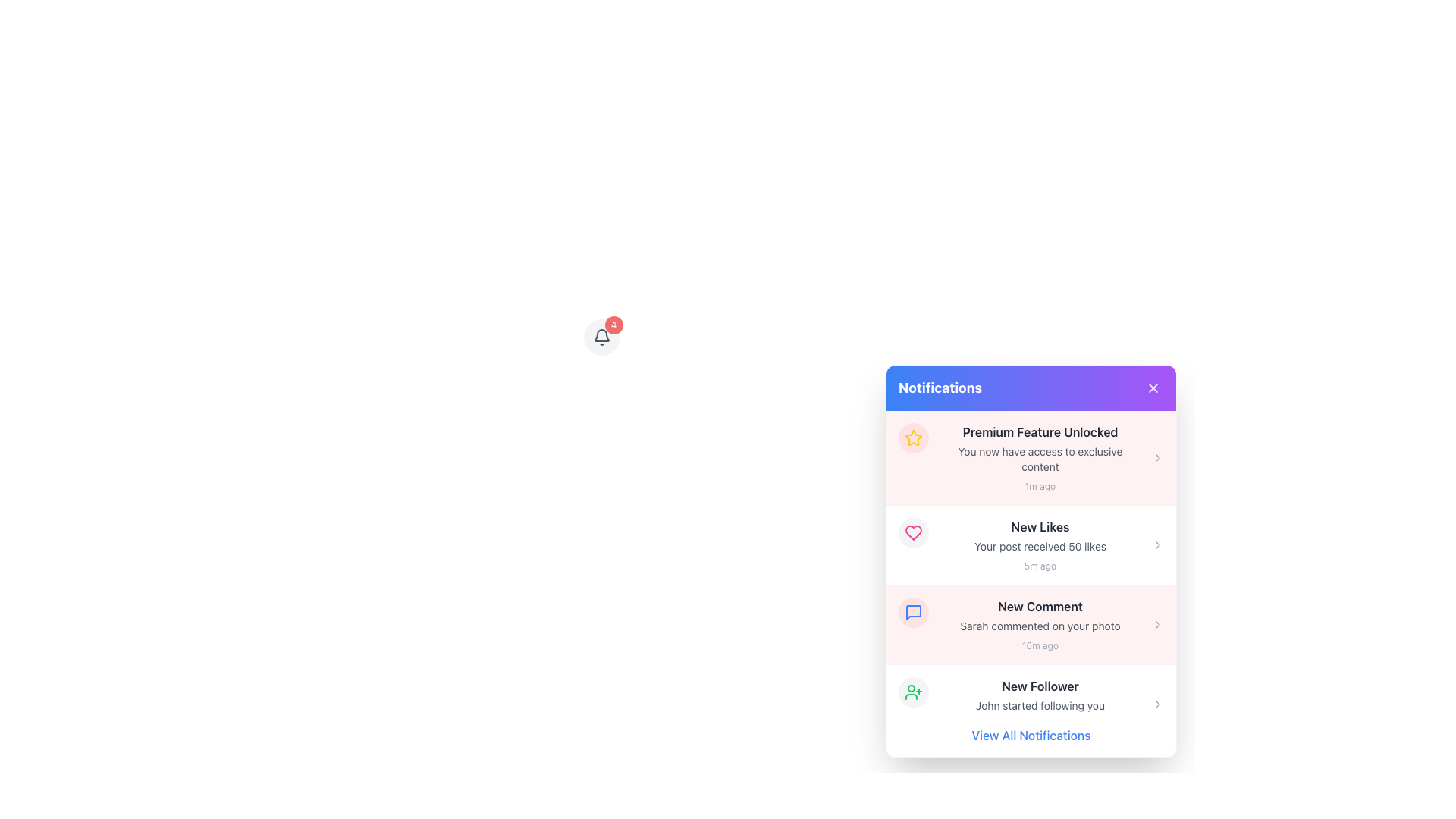 Image resolution: width=1456 pixels, height=819 pixels. Describe the element at coordinates (1031, 704) in the screenshot. I see `the notification item titled 'New Follower' that contains the description 'John started following you' and the timestamp '1h ago'` at that location.